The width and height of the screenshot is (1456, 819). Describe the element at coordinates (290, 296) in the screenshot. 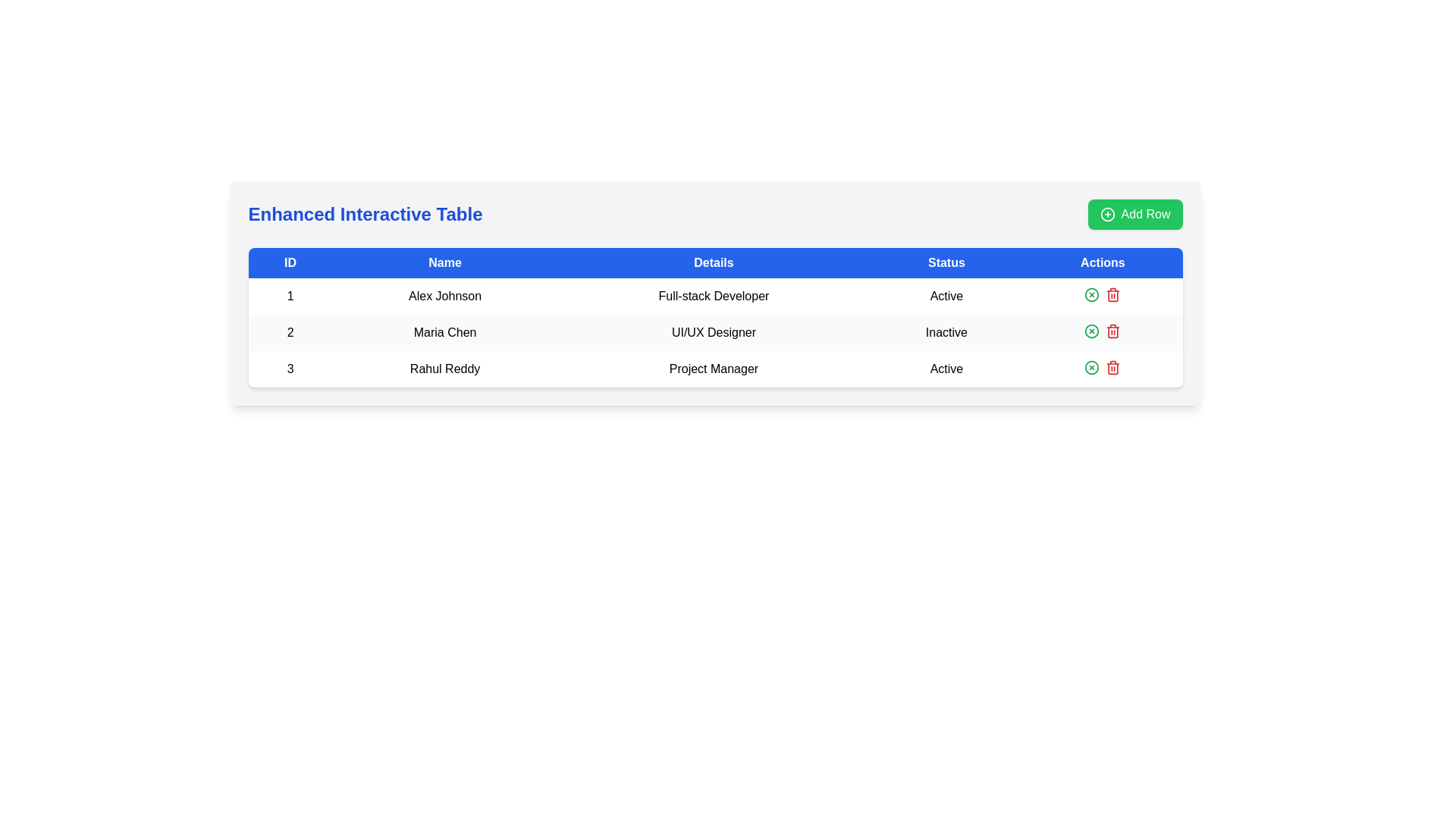

I see `the table cell containing the numeric value '1', which is positioned in the first column of the first row under the 'ID' header` at that location.